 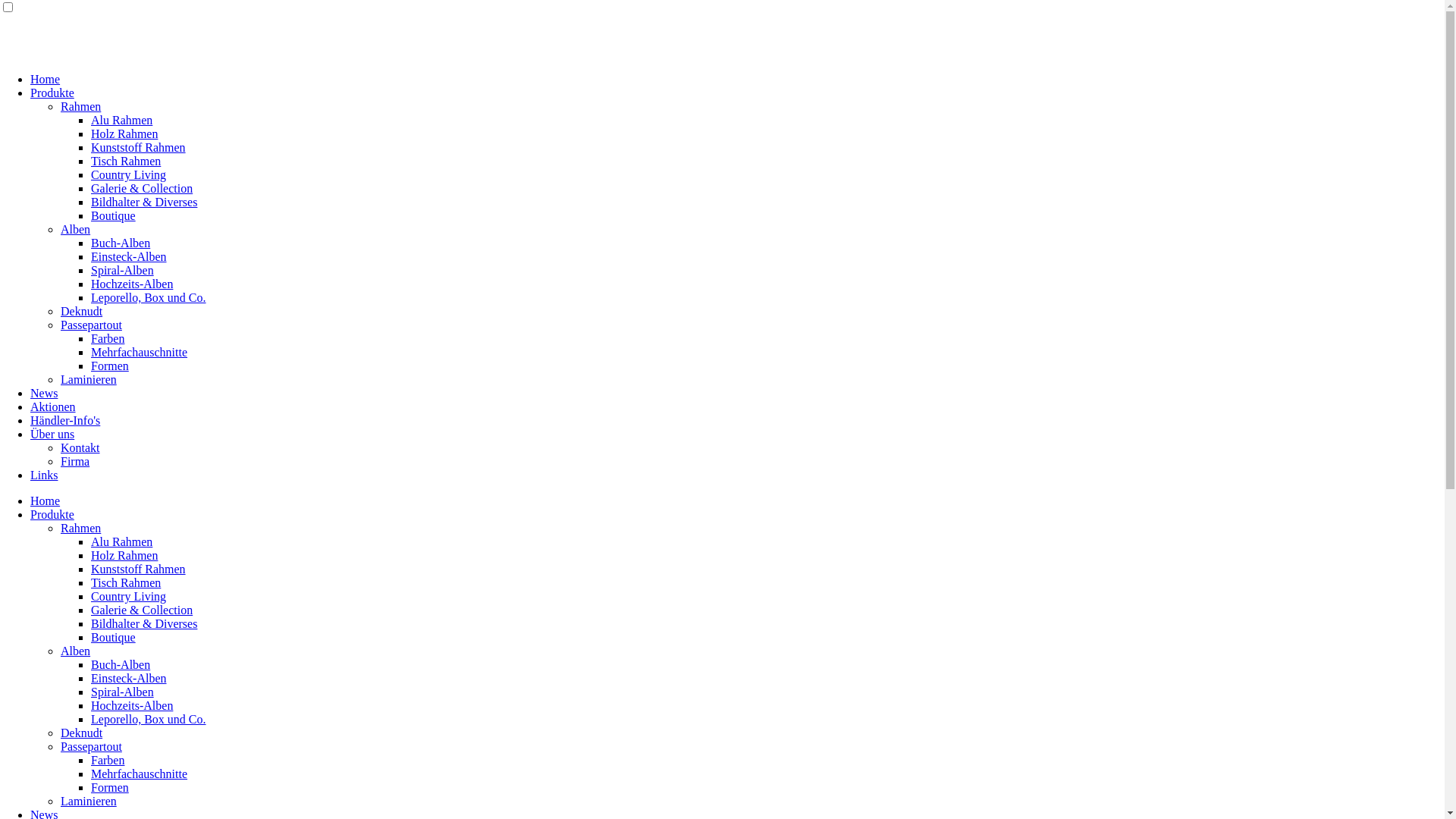 I want to click on 'Boutique', so click(x=112, y=637).